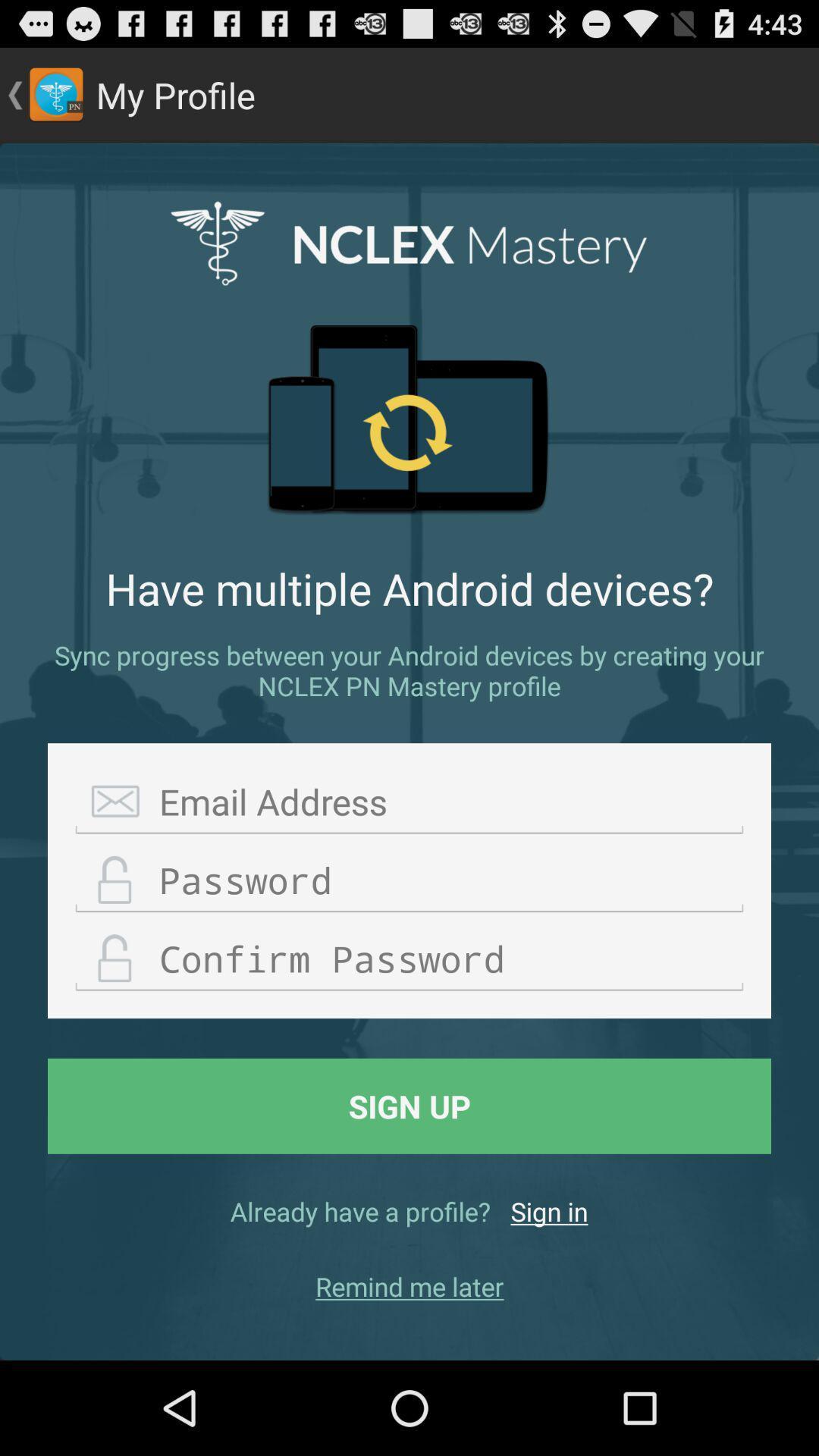 This screenshot has height=1456, width=819. I want to click on confirm password, so click(409, 959).